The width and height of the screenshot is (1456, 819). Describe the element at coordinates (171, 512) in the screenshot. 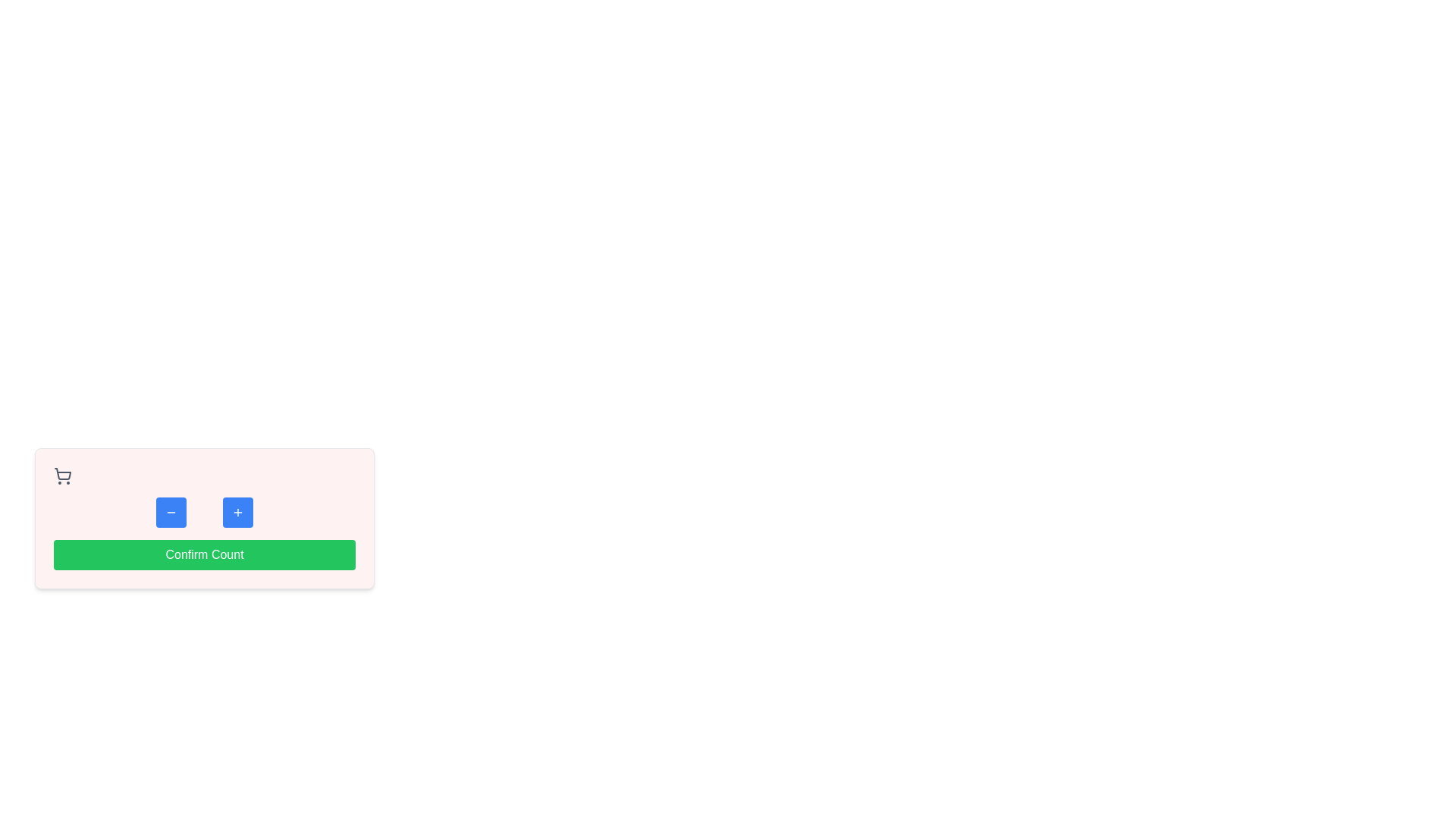

I see `the leftmost button that features a minus symbol within a blue square, located above the green 'Confirm Count' button` at that location.